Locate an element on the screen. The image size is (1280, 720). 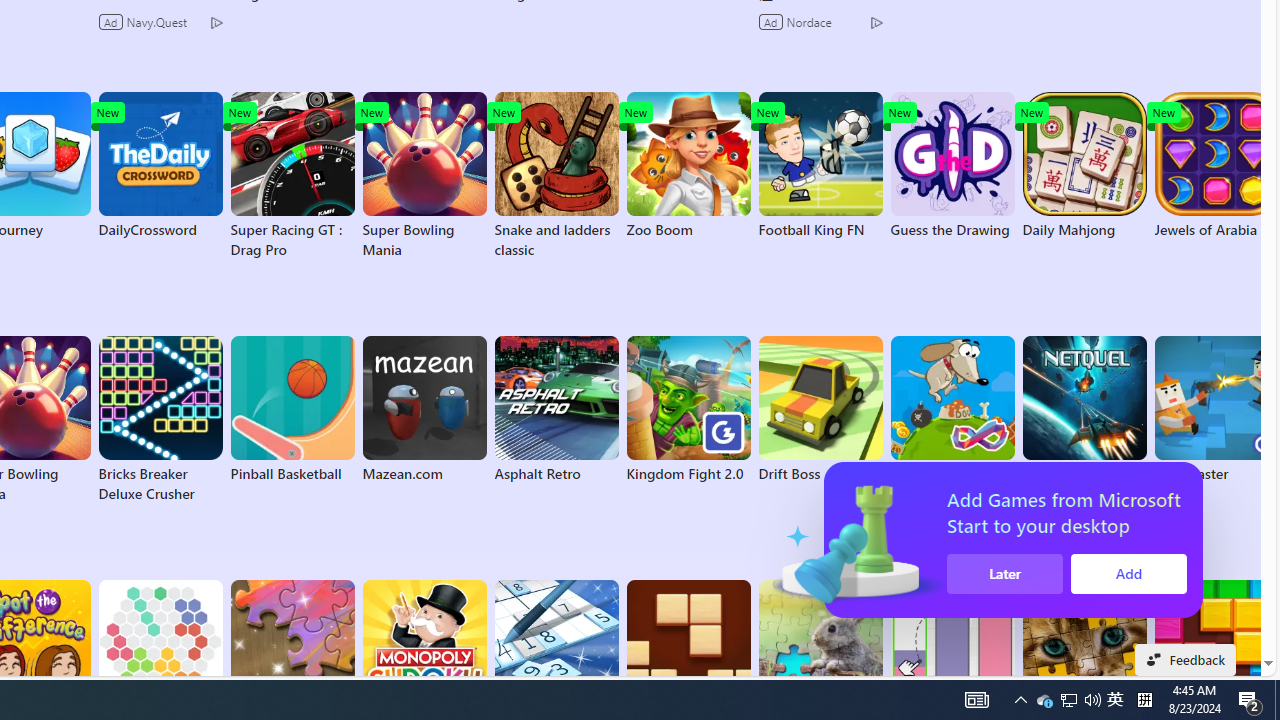
'DailyCrossword' is located at coordinates (160, 164).